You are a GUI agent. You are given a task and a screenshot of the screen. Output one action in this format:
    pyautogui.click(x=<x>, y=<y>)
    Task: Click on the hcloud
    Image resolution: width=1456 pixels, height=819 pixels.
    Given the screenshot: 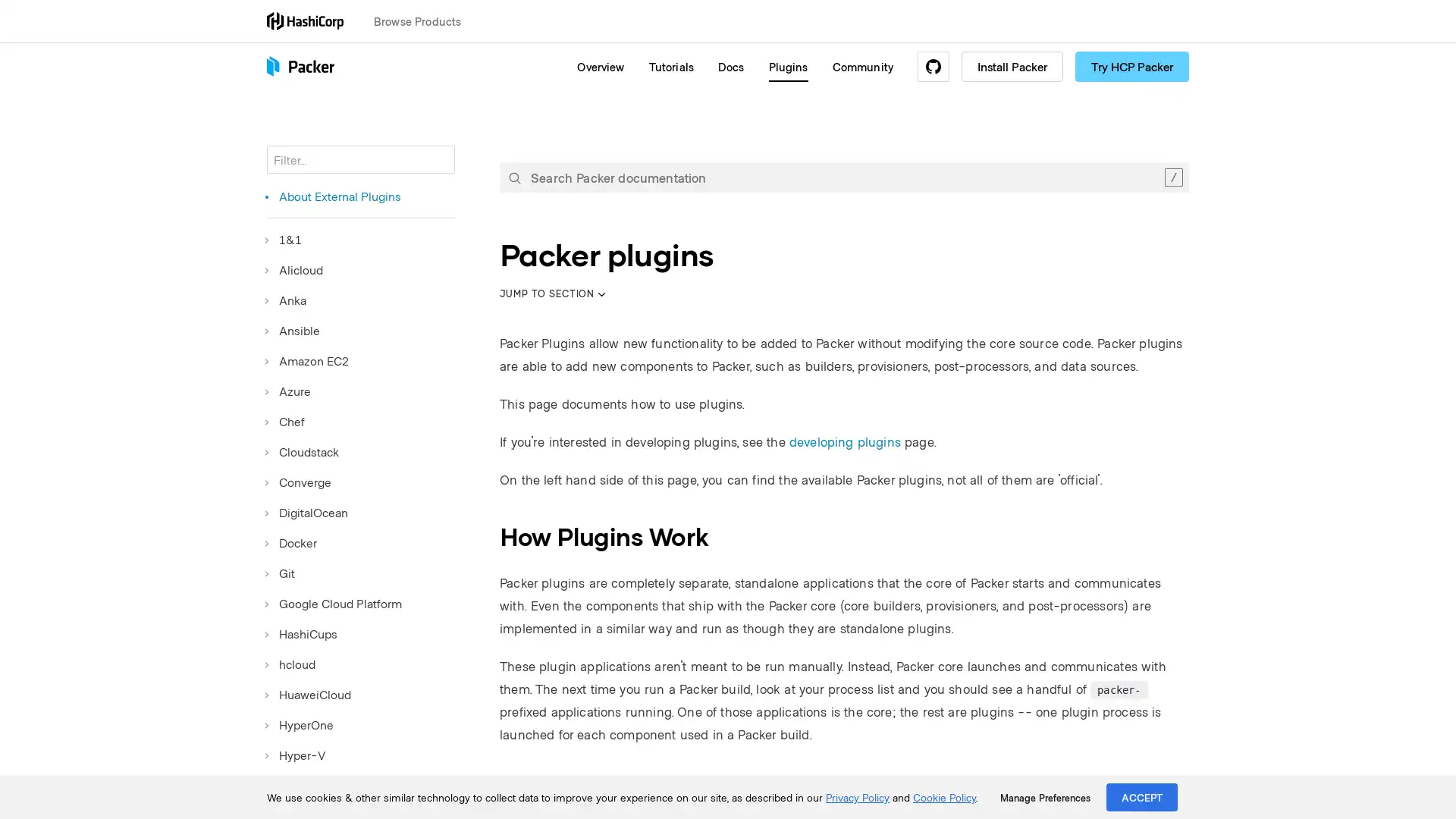 What is the action you would take?
    pyautogui.click(x=291, y=663)
    